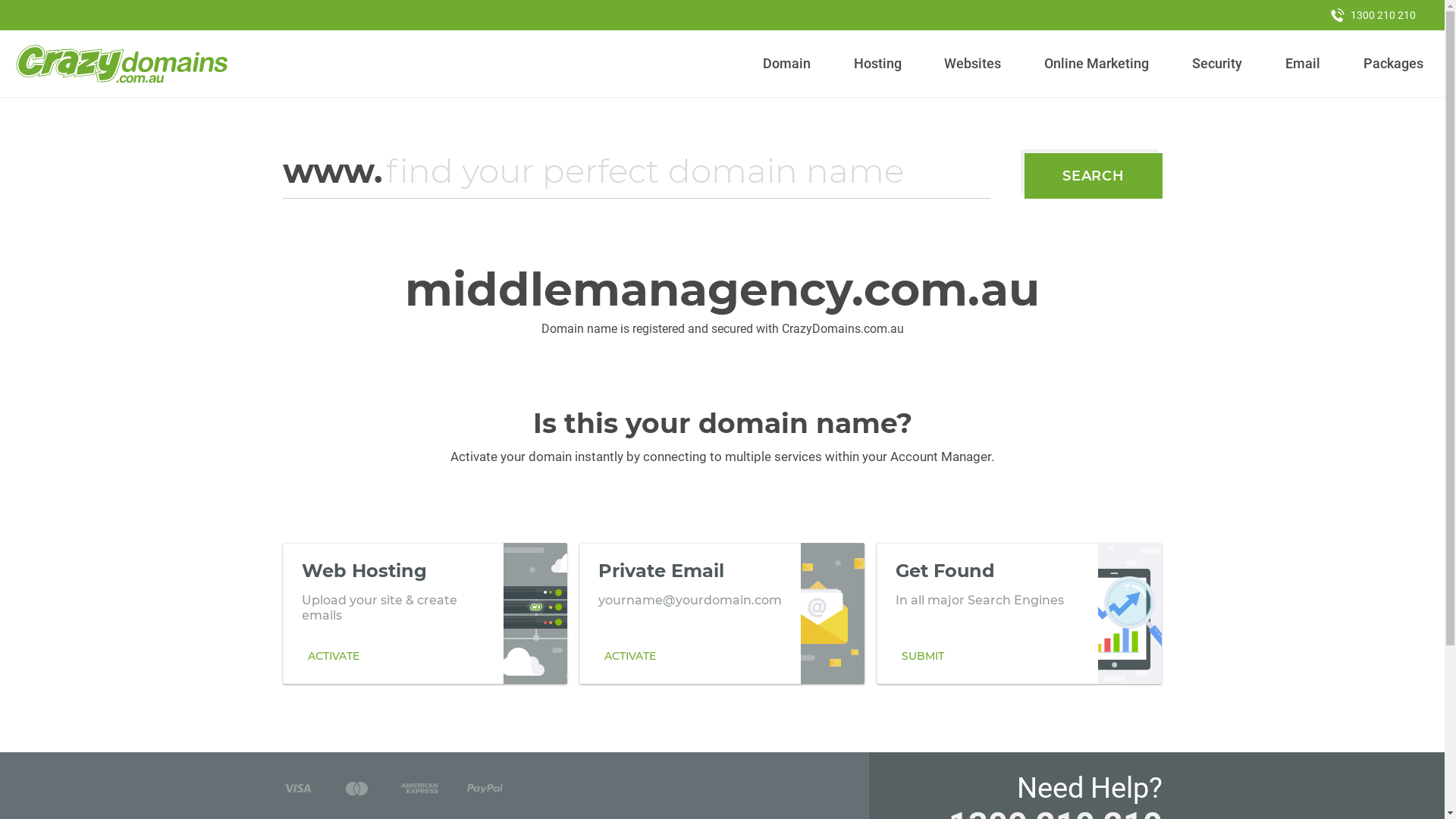 The image size is (1456, 819). Describe the element at coordinates (786, 63) in the screenshot. I see `'Domain'` at that location.